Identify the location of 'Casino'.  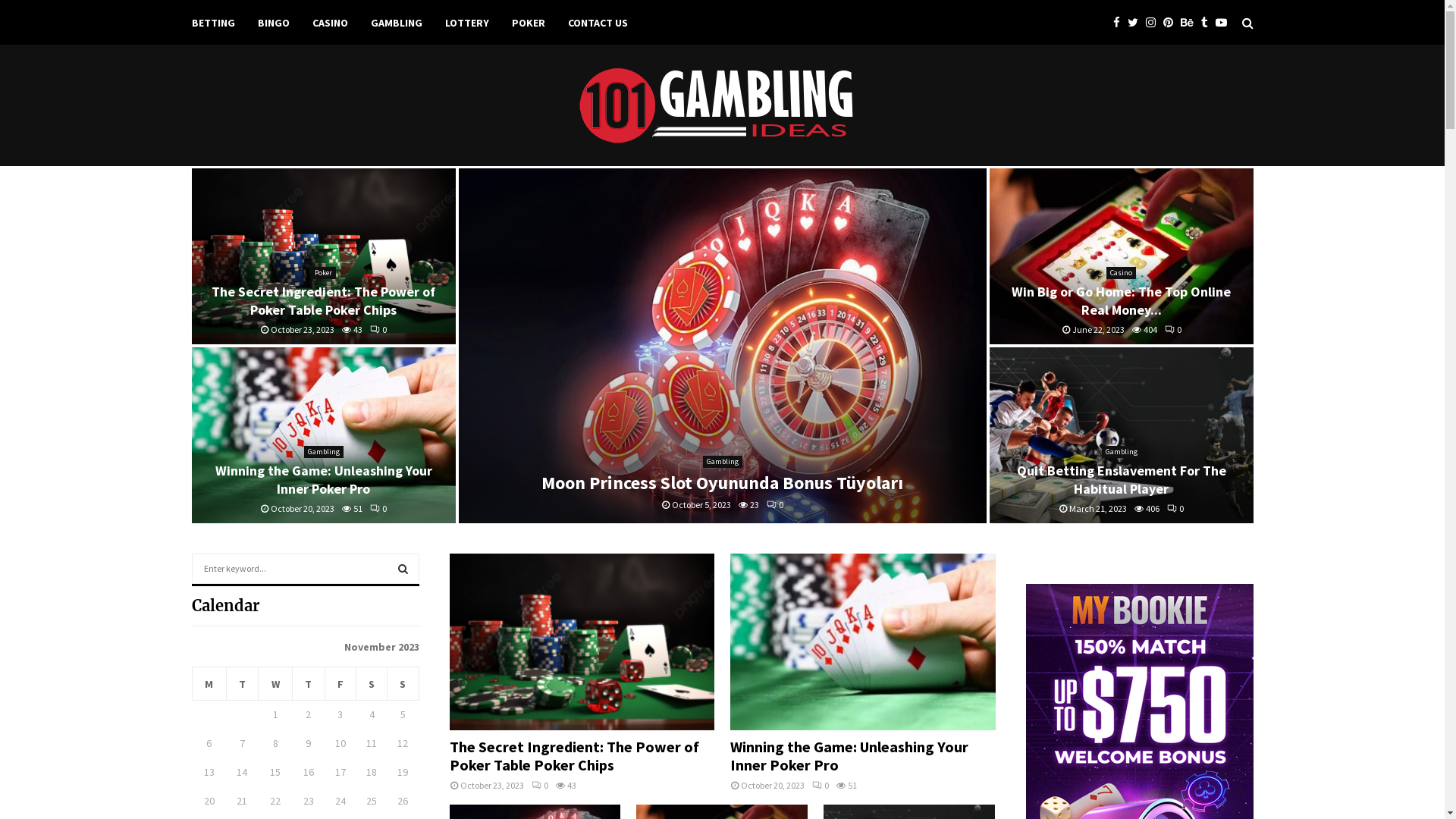
(1121, 271).